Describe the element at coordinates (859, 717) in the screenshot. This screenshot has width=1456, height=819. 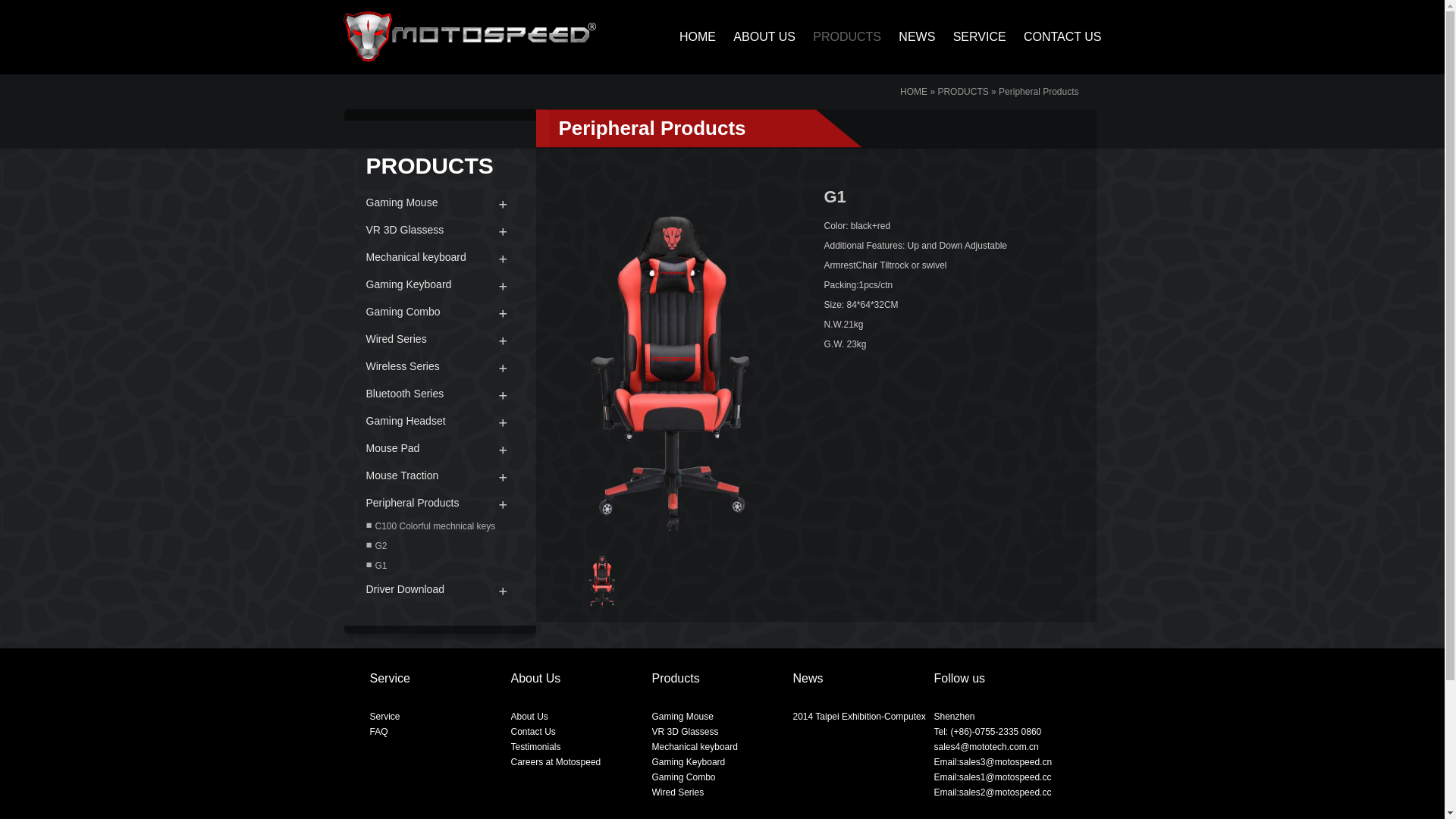
I see `'2014 Taipei Exhibition-Computex'` at that location.